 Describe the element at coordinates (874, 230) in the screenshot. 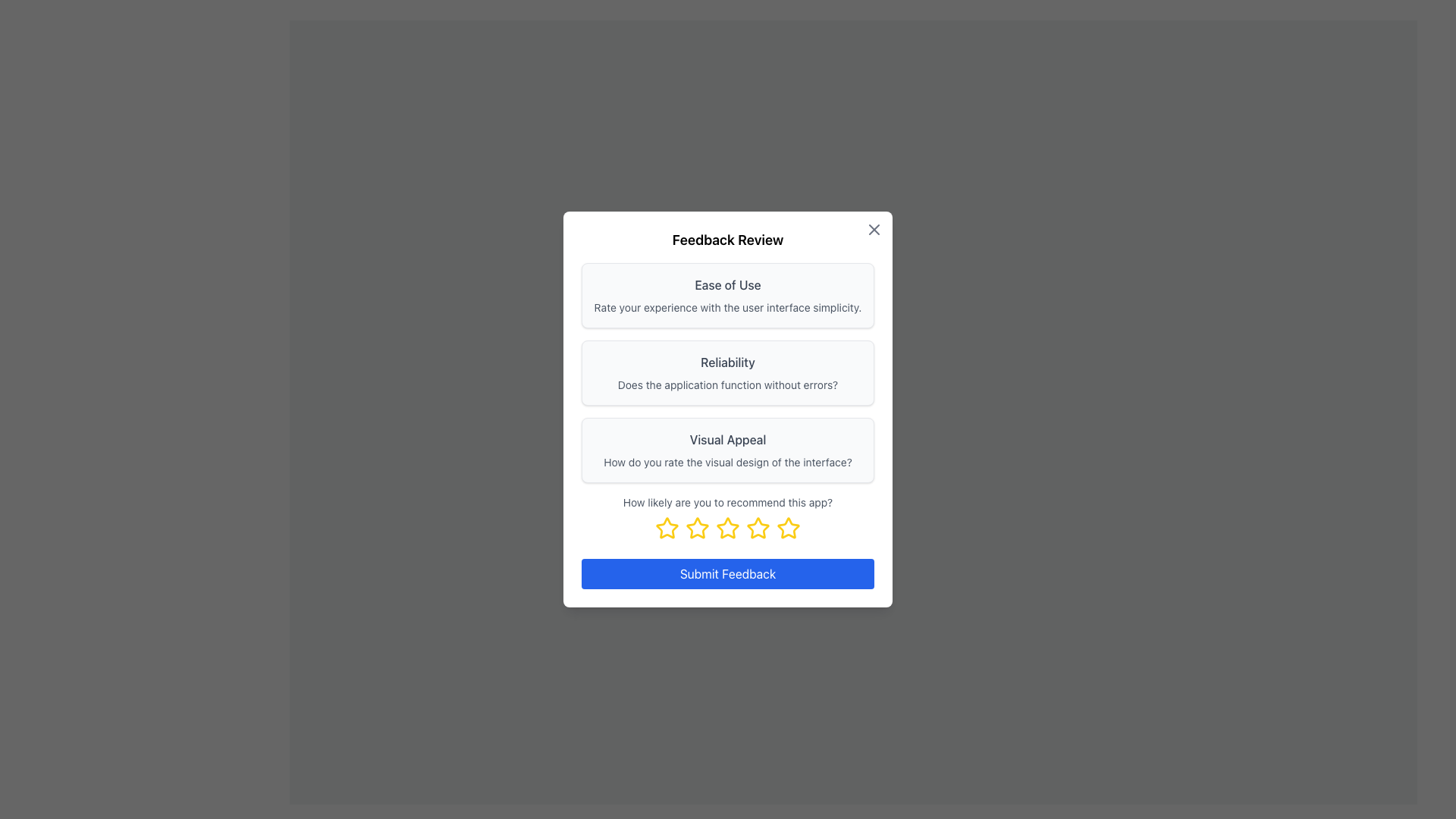

I see `the 'X' icon button in the top right corner of the feedback modal` at that location.